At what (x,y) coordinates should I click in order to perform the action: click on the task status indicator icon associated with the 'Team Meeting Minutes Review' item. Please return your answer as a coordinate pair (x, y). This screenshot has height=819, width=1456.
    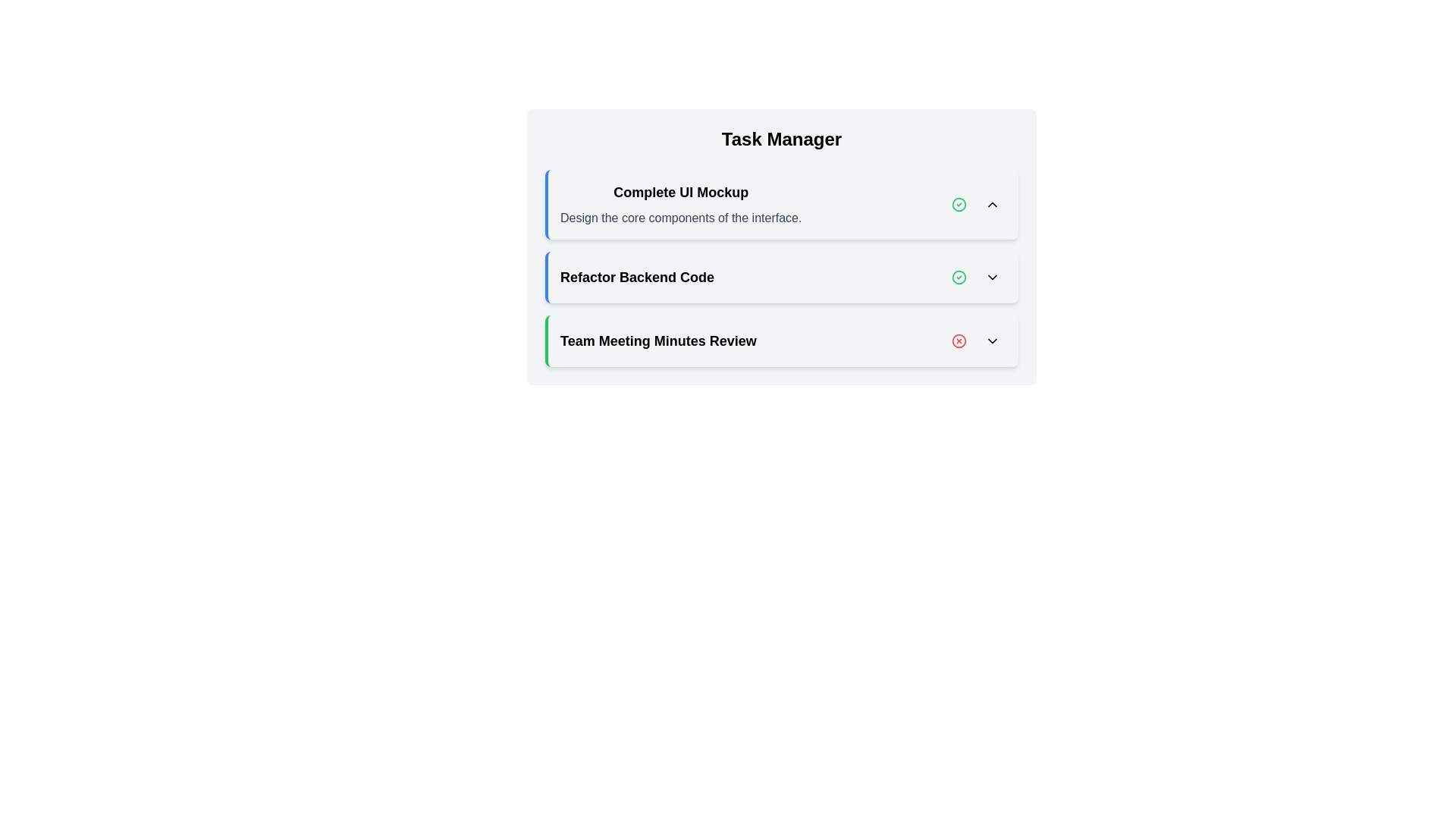
    Looking at the image, I should click on (959, 341).